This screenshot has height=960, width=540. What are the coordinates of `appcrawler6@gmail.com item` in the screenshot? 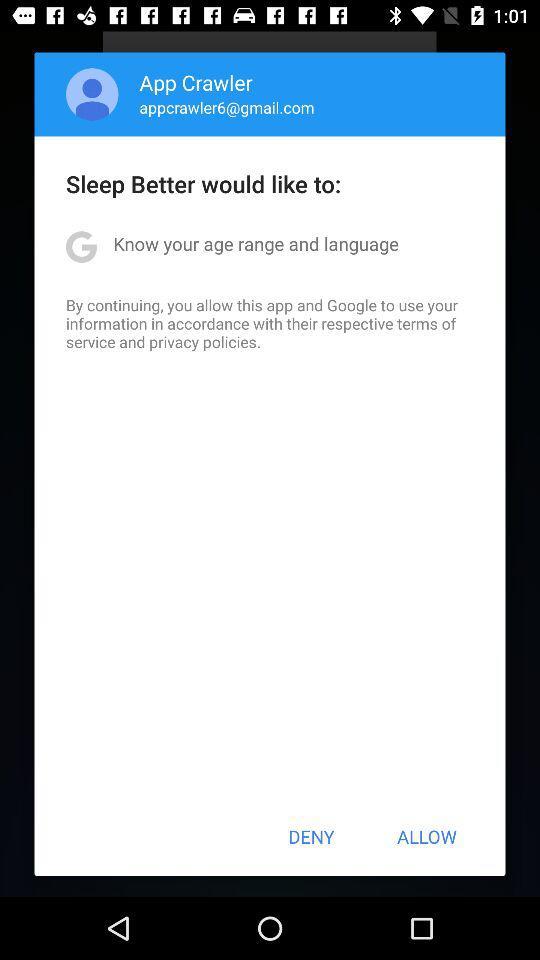 It's located at (226, 107).